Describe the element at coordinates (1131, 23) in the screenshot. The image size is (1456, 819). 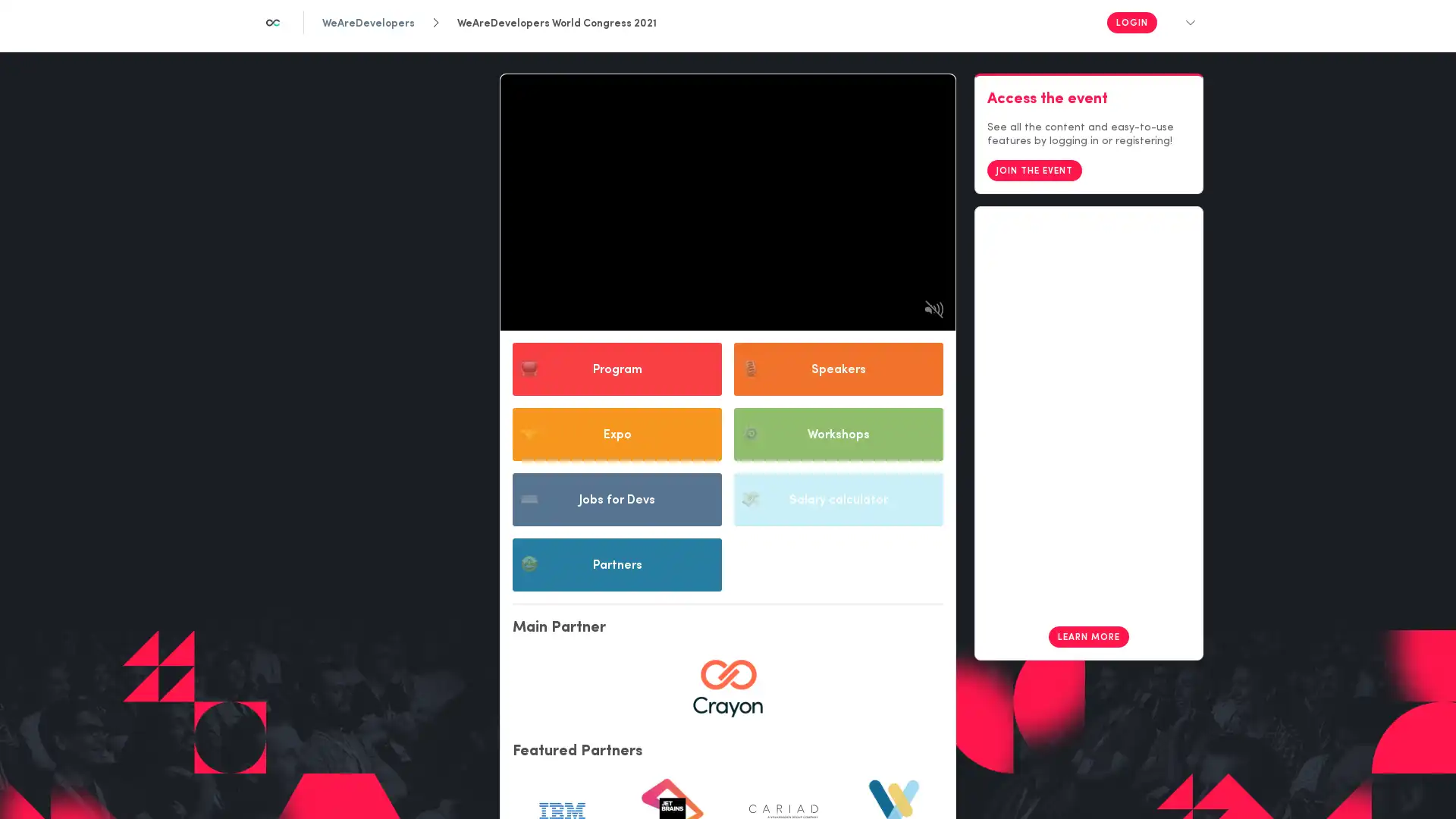
I see `Login` at that location.